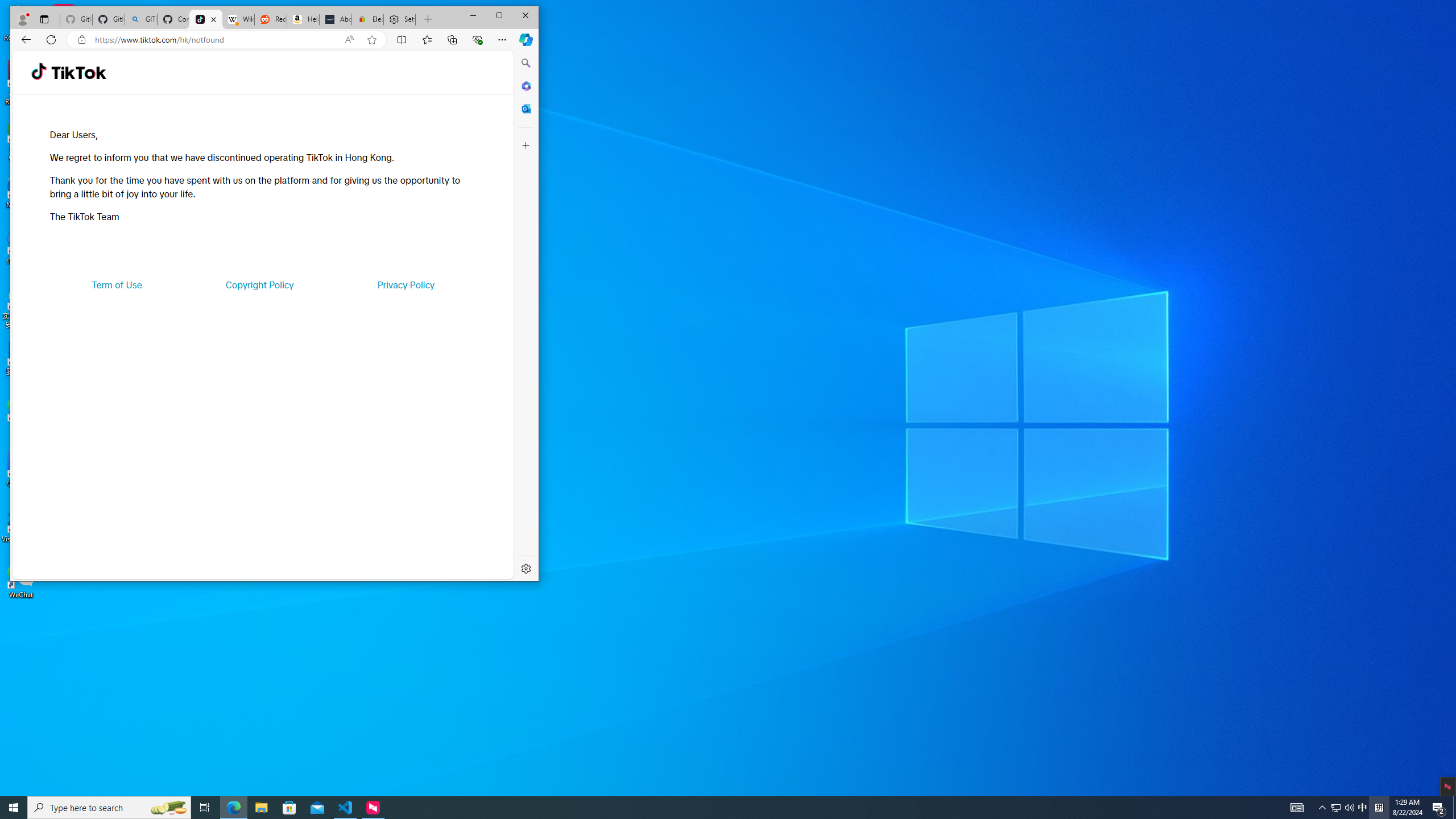 Image resolution: width=1456 pixels, height=819 pixels. What do you see at coordinates (1349, 806) in the screenshot?
I see `'Q2790: 100%'` at bounding box center [1349, 806].